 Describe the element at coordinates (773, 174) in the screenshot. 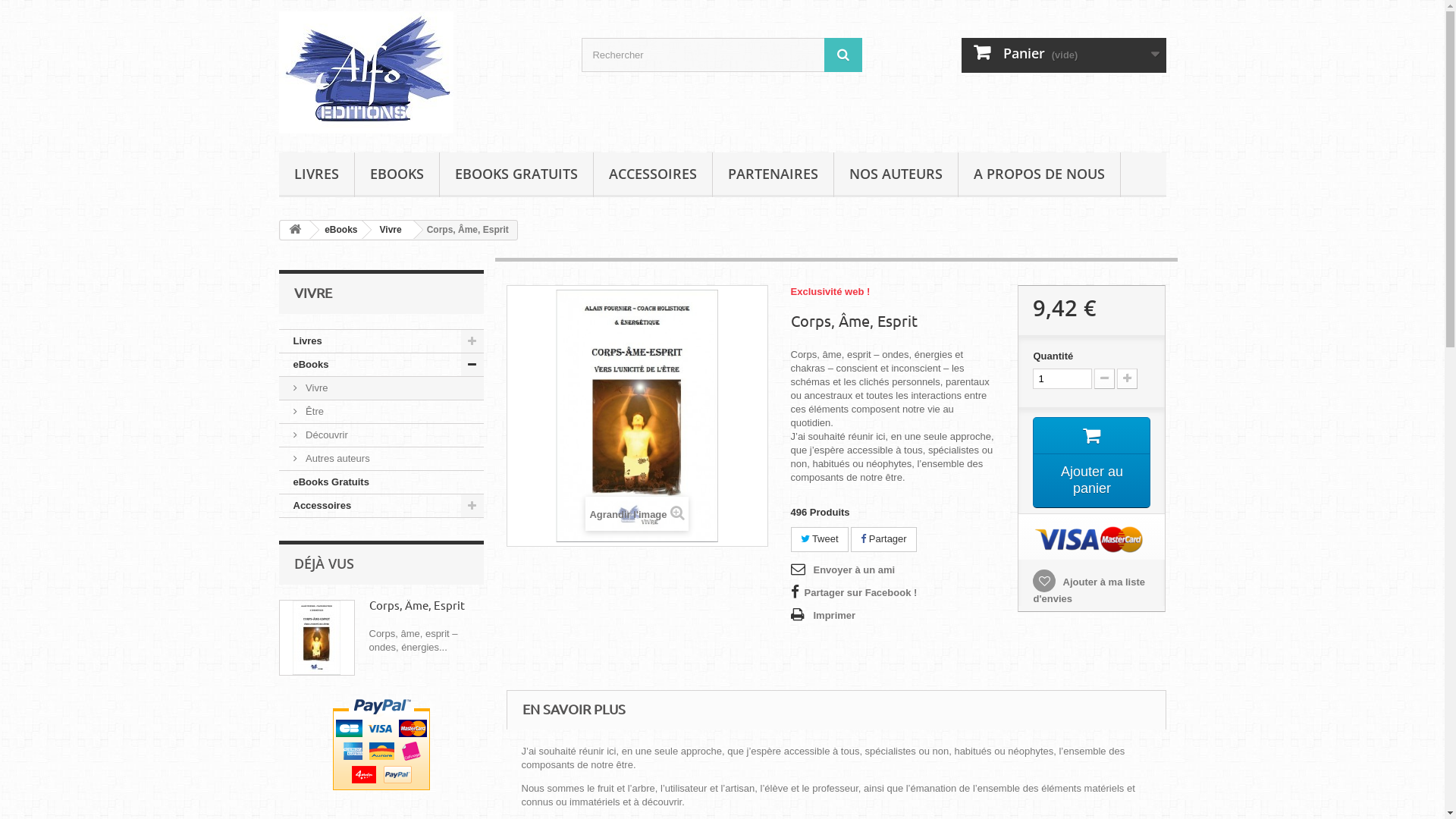

I see `'PARTENAIRES'` at that location.